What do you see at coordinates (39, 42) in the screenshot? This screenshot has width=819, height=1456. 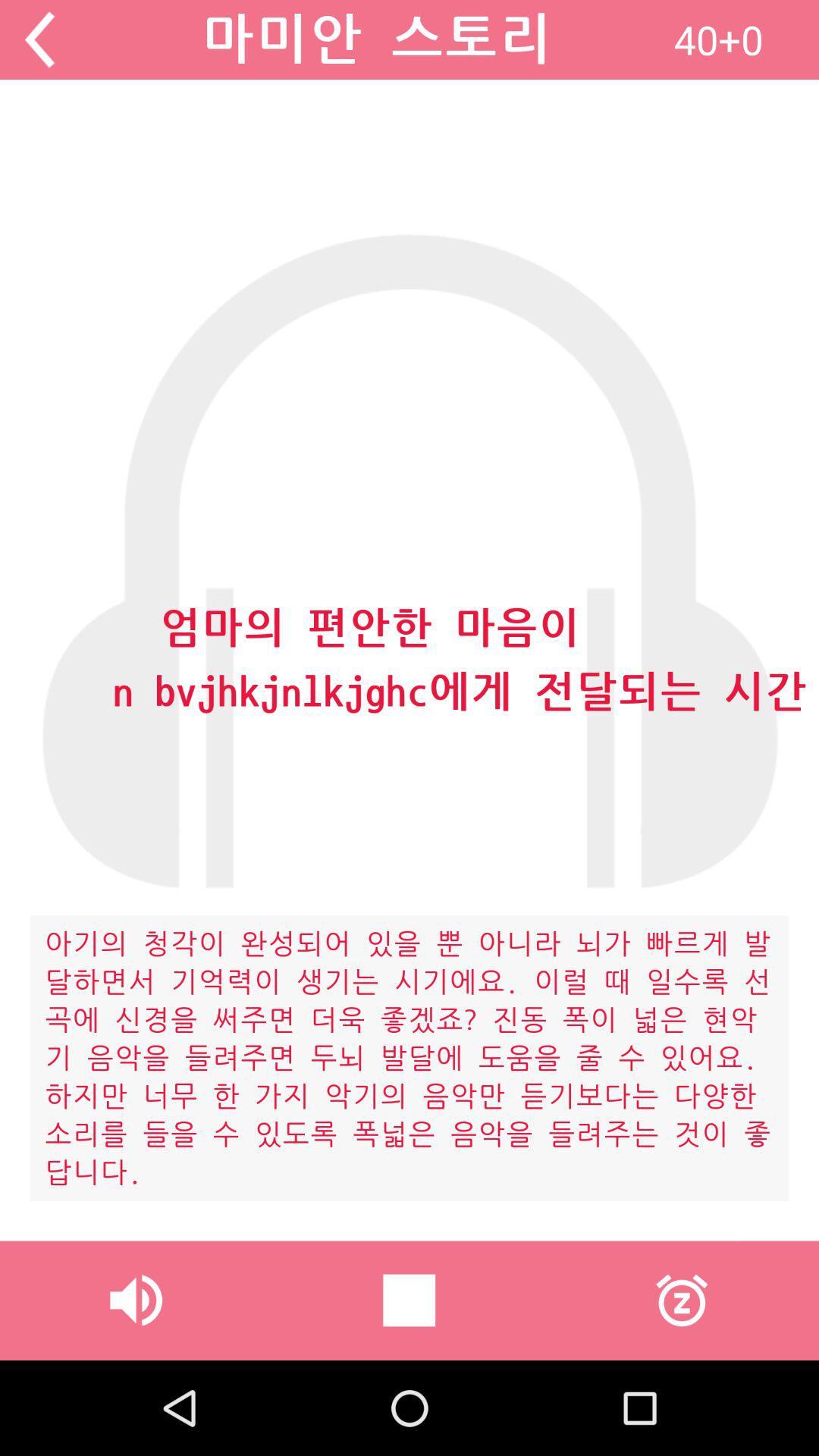 I see `the arrow_backward icon` at bounding box center [39, 42].